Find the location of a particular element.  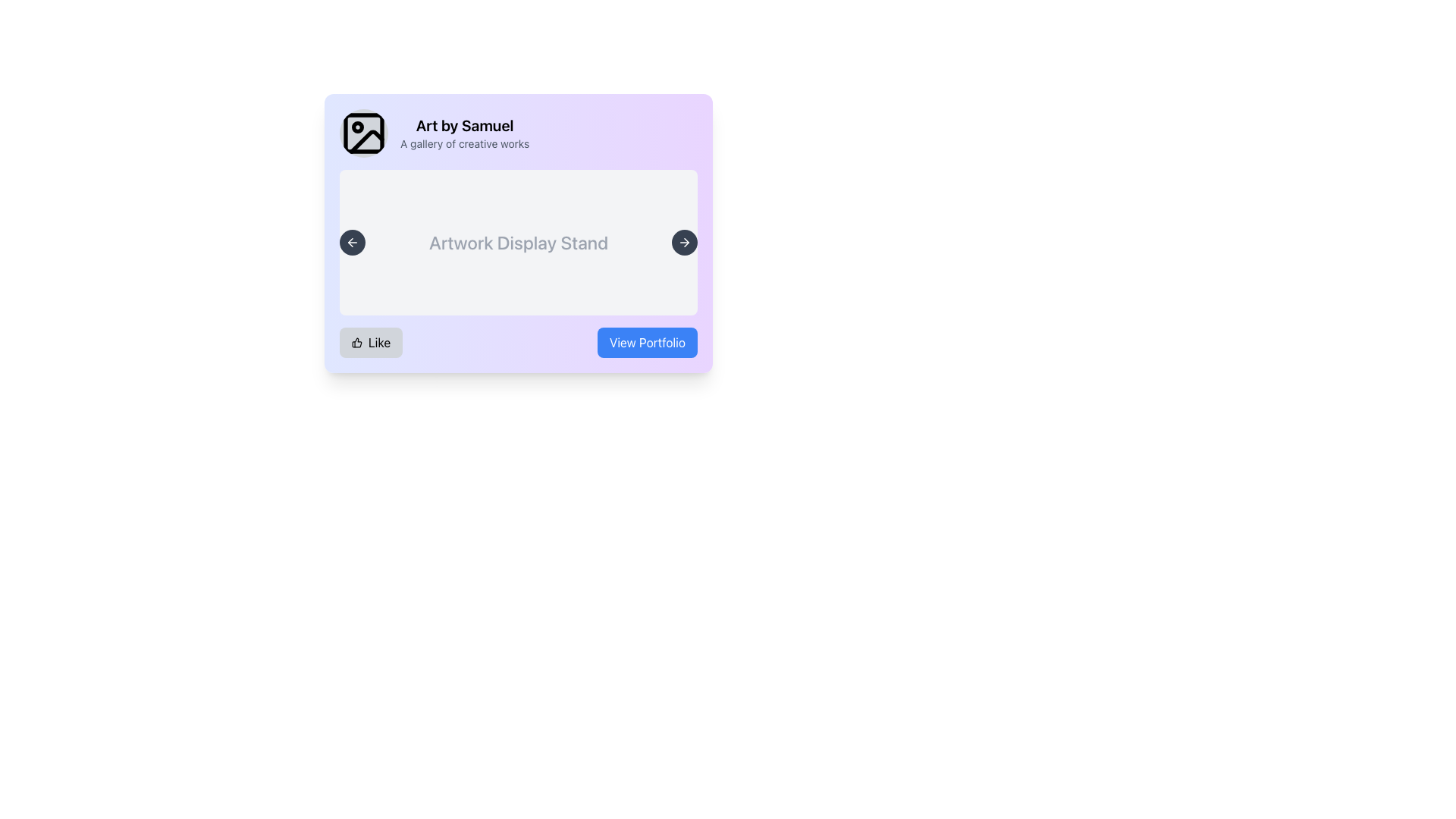

the text display element that shows 'Art by Samuel' as the title and 'A gallery of creative works' as the subtitle, positioned within a card-like structure in the upper-left quadrant is located at coordinates (464, 133).